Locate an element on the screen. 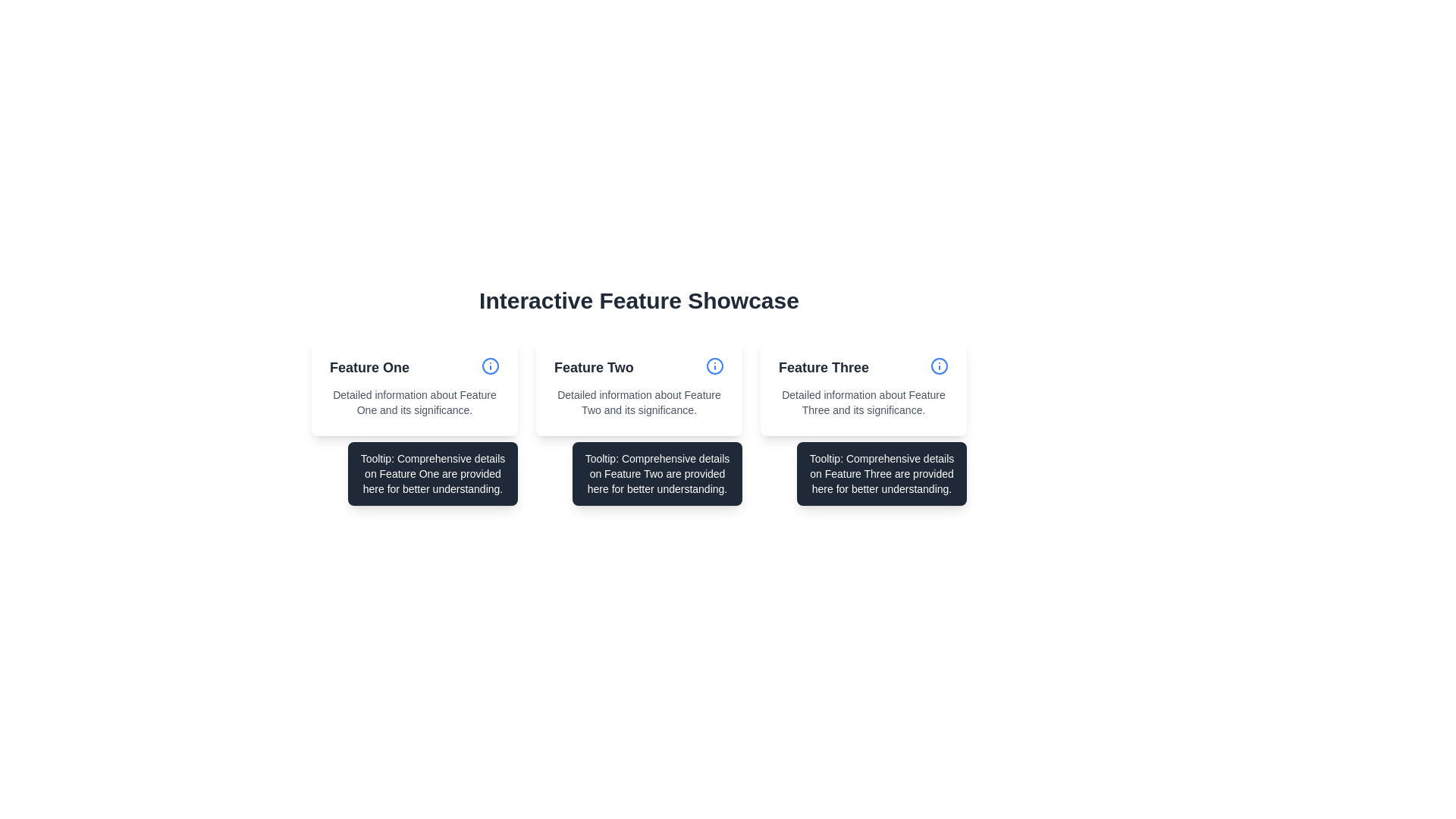 The image size is (1456, 819). the interactive icon located at the top-right of the 'Feature Three' card, adjacent to the title 'Feature Three' is located at coordinates (938, 366).